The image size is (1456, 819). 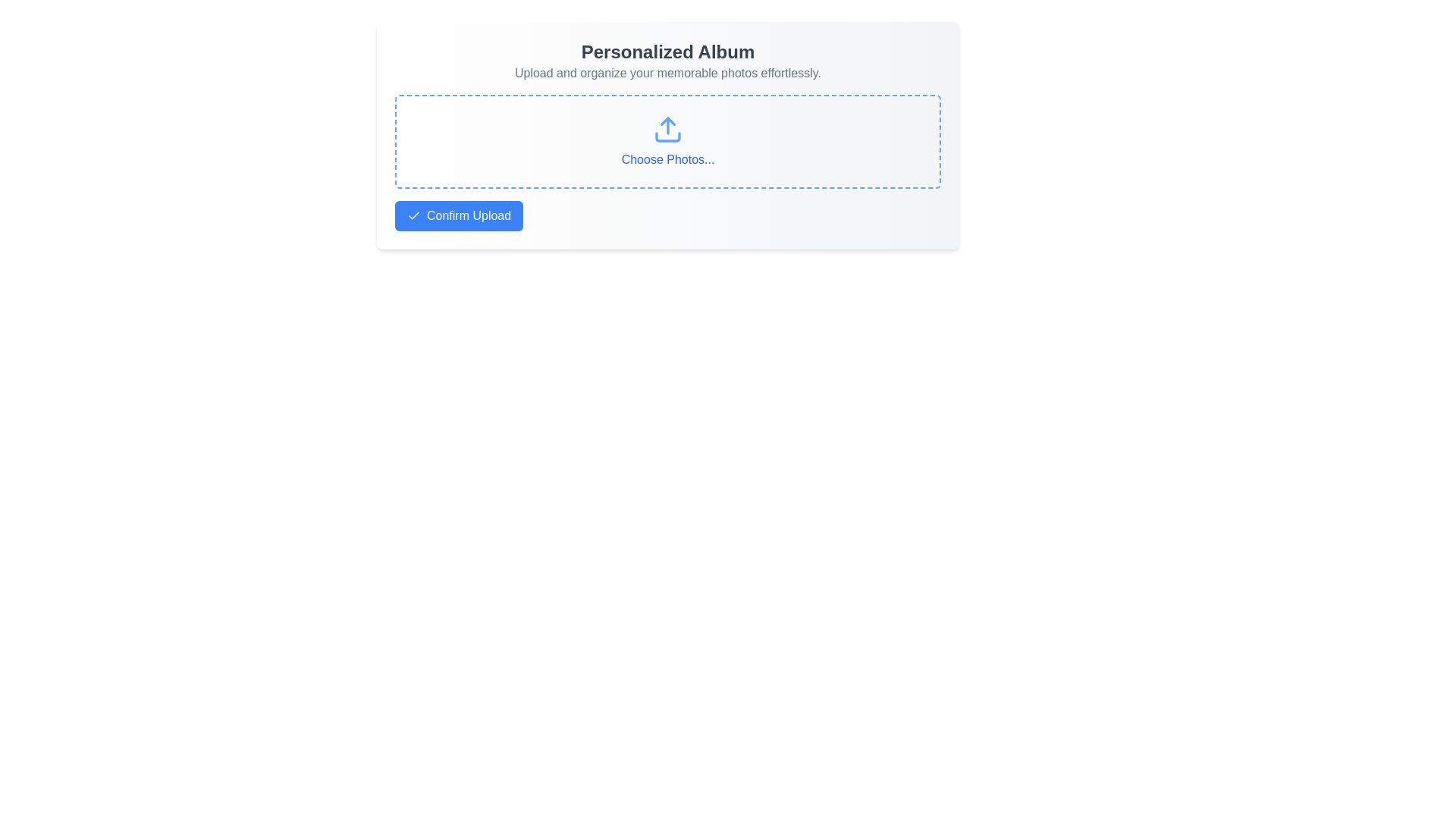 What do you see at coordinates (667, 73) in the screenshot?
I see `the informative text label that provides guidance about photo uploading, located beneath the heading 'Personalized Album'` at bounding box center [667, 73].